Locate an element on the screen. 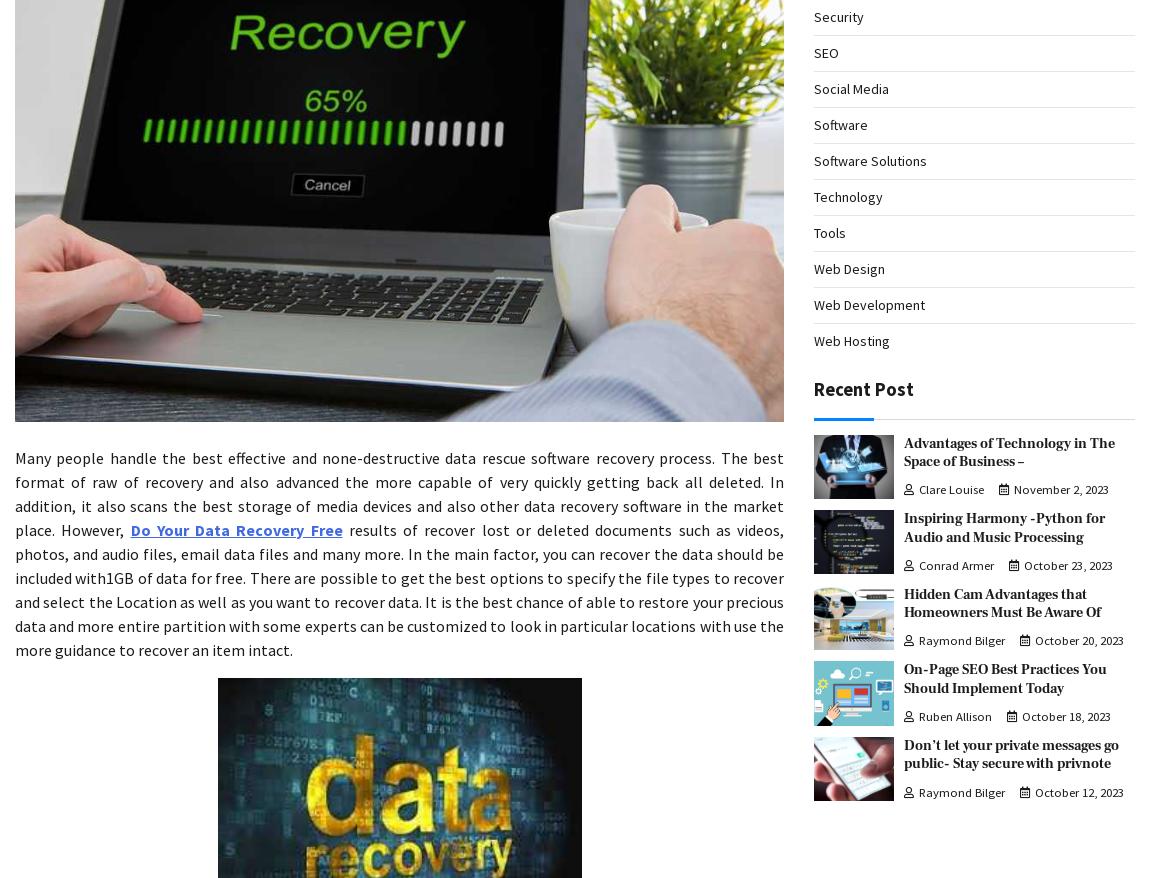  'October 23, 2023' is located at coordinates (1068, 563).